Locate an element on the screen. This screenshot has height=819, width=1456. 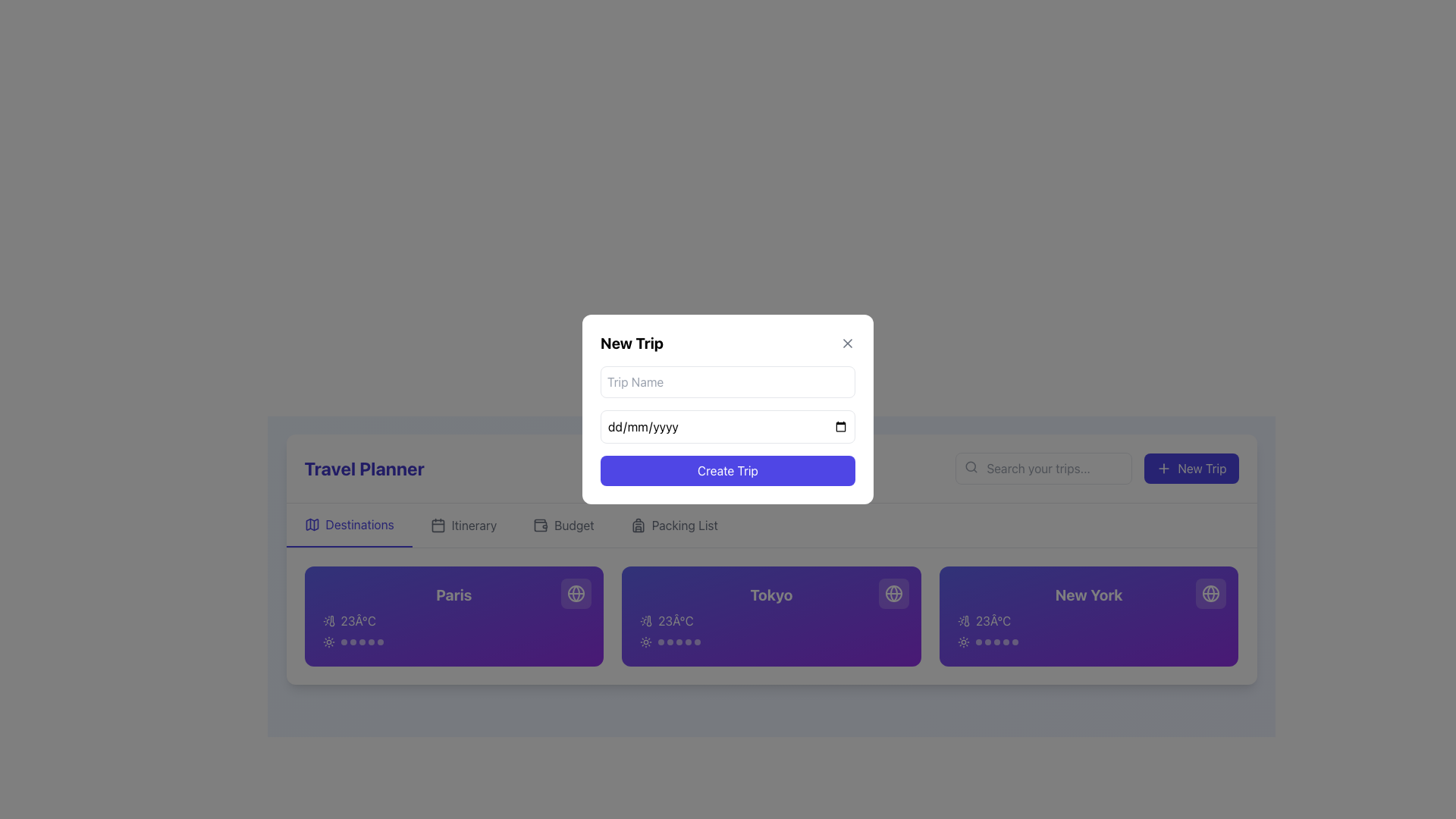
the visual updates or animations of the Progress indicator located at the bottom of the 'New York' card, beneath the temperature indicator '23°C' is located at coordinates (1088, 642).